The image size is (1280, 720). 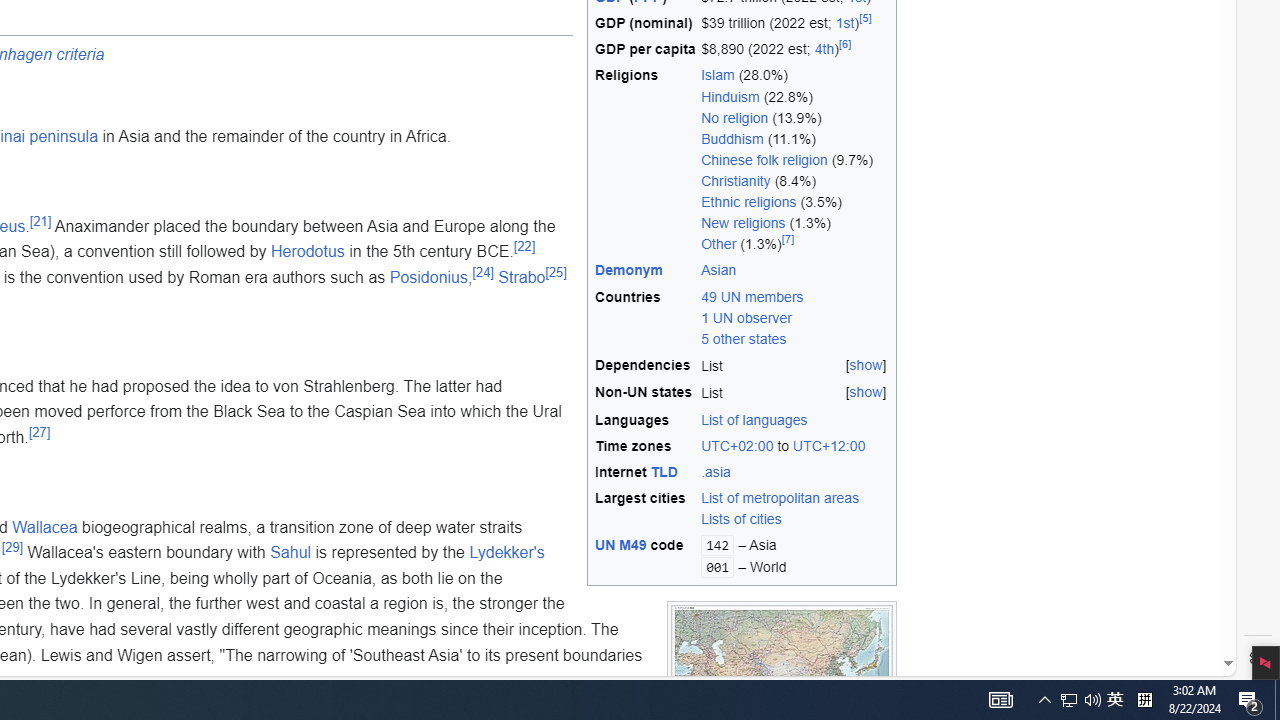 What do you see at coordinates (716, 472) in the screenshot?
I see `'.asia'` at bounding box center [716, 472].